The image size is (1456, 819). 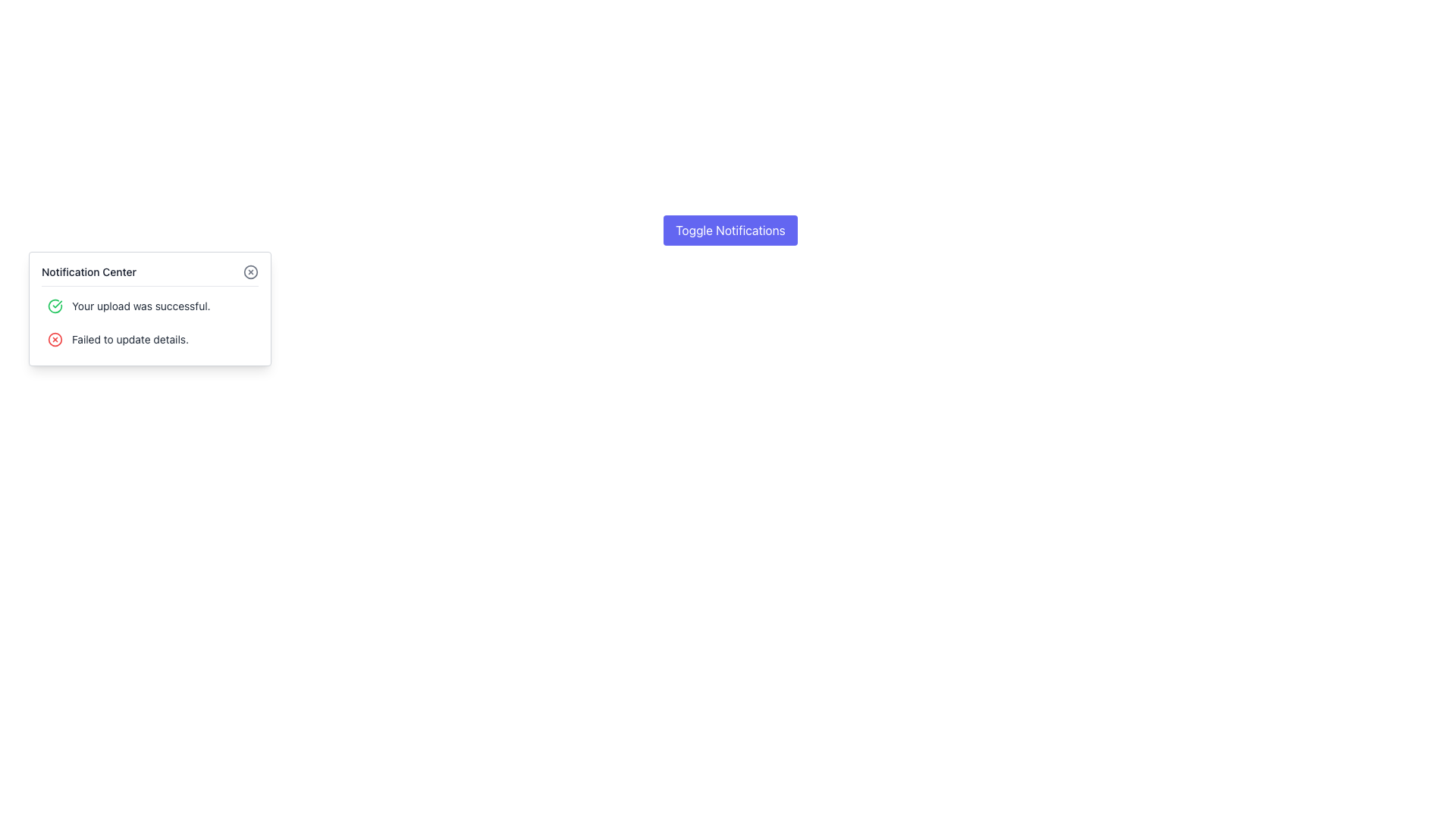 I want to click on the 'Toggle Notifications' button with an indigo background and white text, so click(x=730, y=231).